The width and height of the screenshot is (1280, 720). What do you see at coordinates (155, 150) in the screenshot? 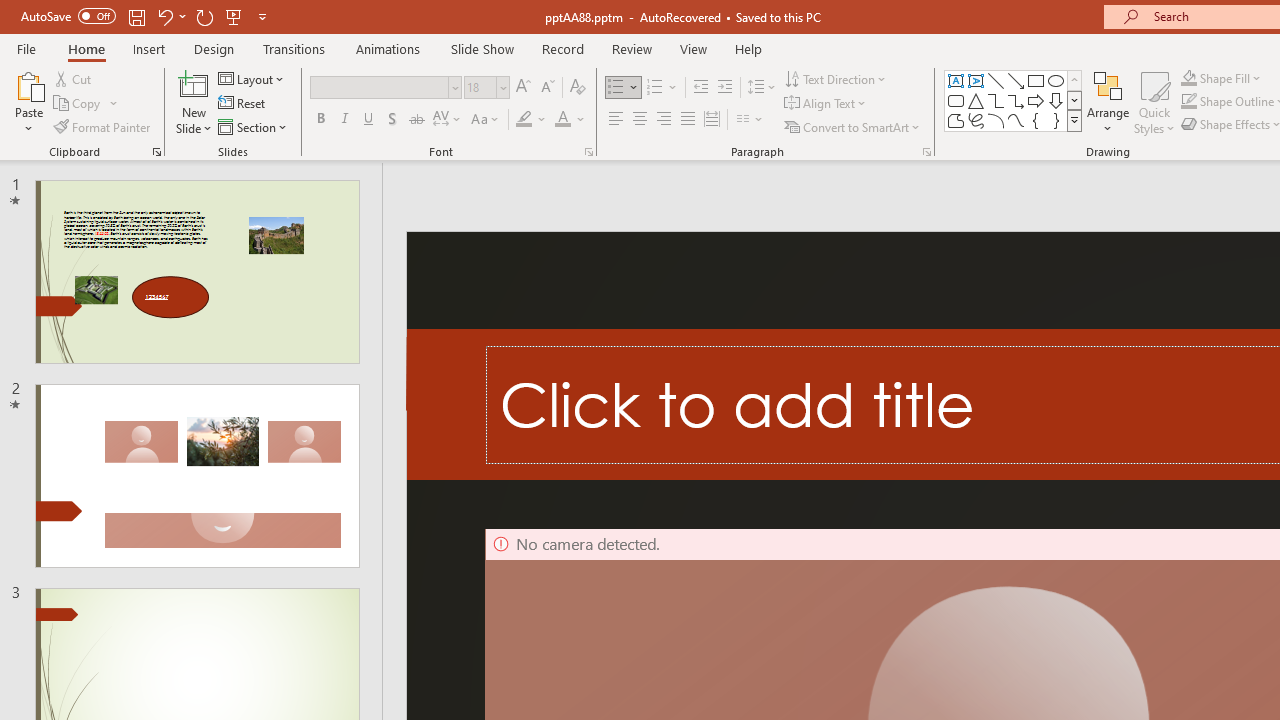
I see `'Office Clipboard...'` at bounding box center [155, 150].